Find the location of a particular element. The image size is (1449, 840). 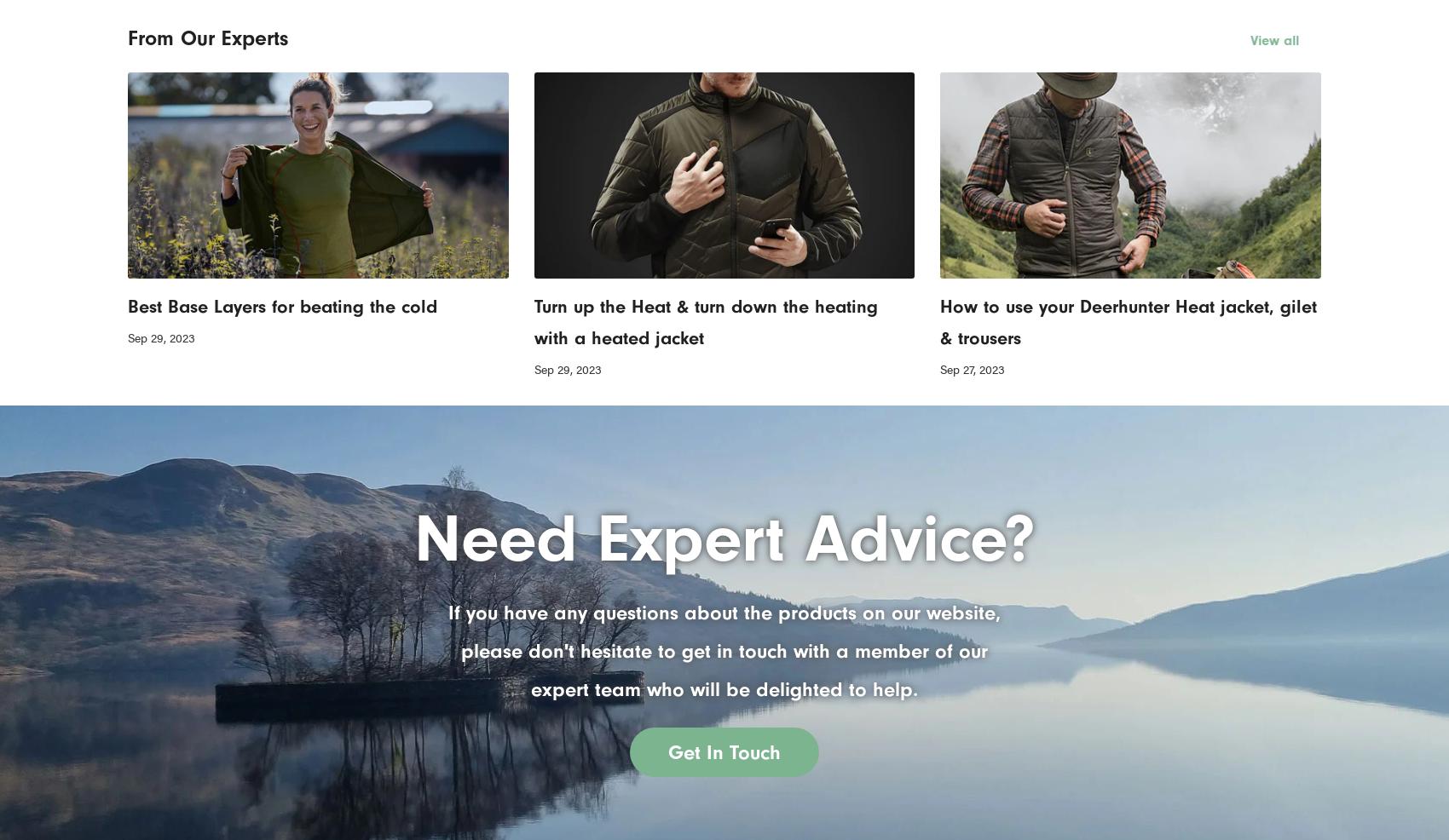

'Get In Touch' is located at coordinates (667, 750).